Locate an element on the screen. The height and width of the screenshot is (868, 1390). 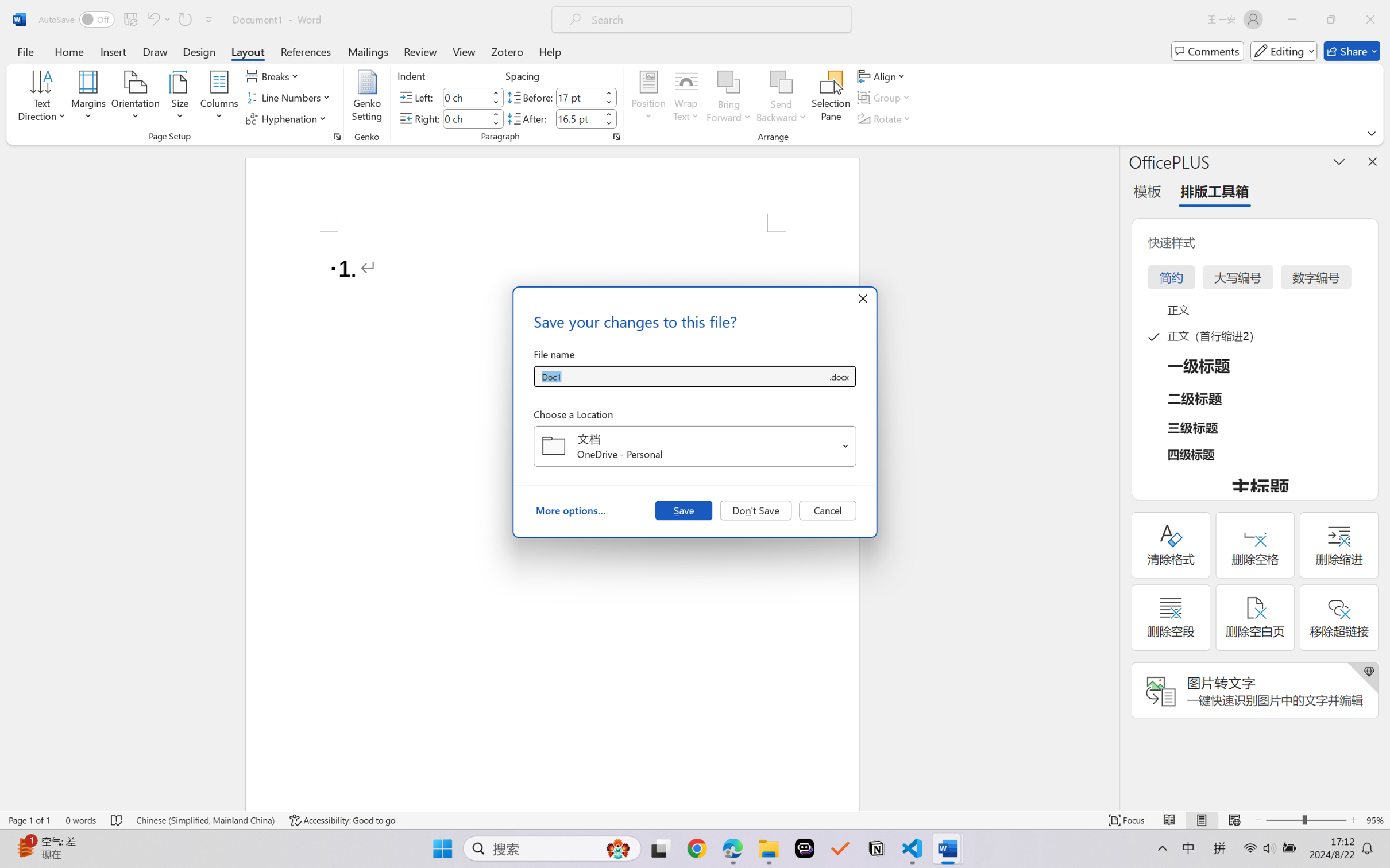
'Line Numbers' is located at coordinates (289, 98).